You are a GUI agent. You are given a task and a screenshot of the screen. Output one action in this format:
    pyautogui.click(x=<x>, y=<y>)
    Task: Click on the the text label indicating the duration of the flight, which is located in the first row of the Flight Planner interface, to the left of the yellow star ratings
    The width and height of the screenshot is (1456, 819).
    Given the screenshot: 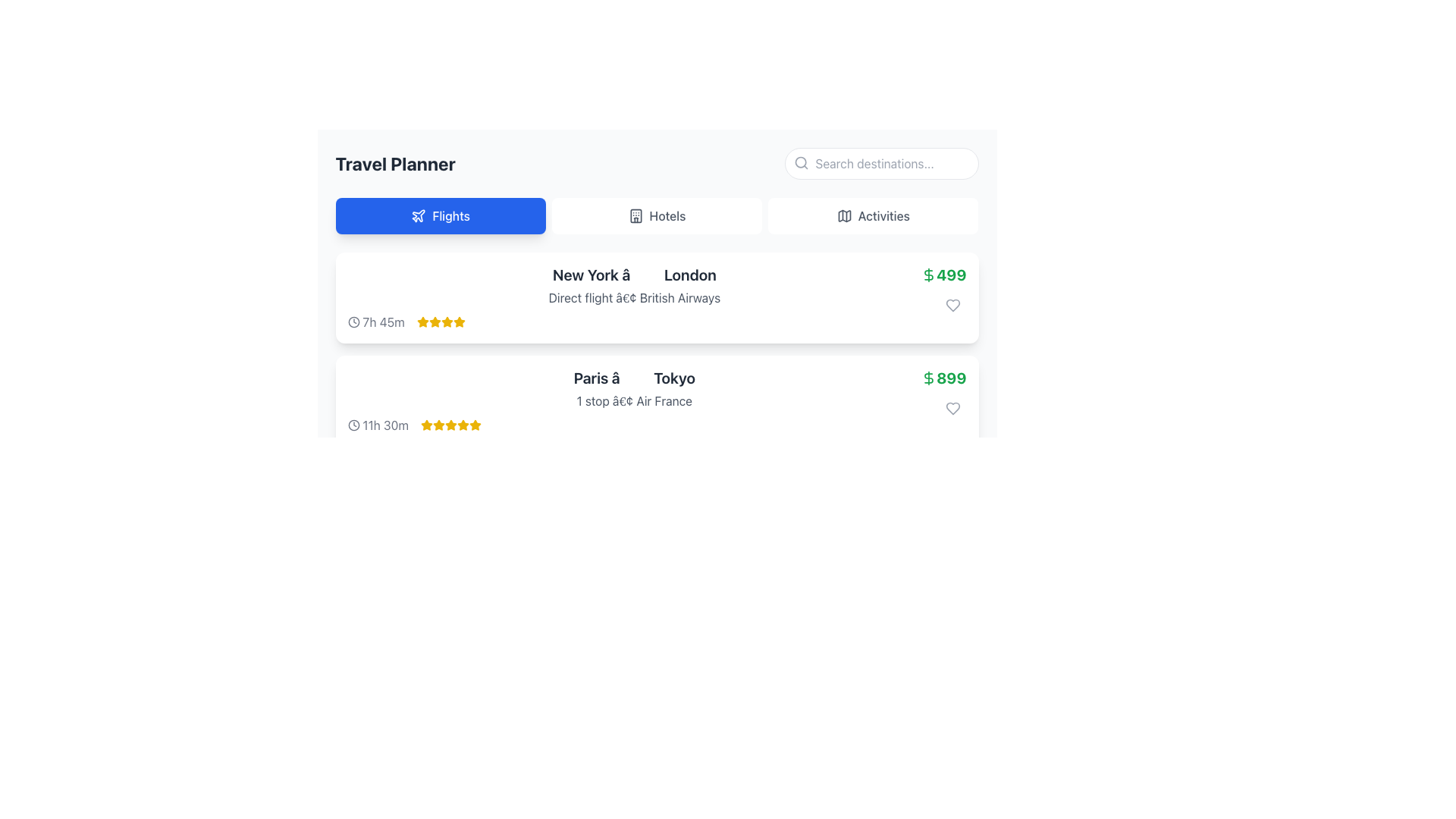 What is the action you would take?
    pyautogui.click(x=376, y=321)
    